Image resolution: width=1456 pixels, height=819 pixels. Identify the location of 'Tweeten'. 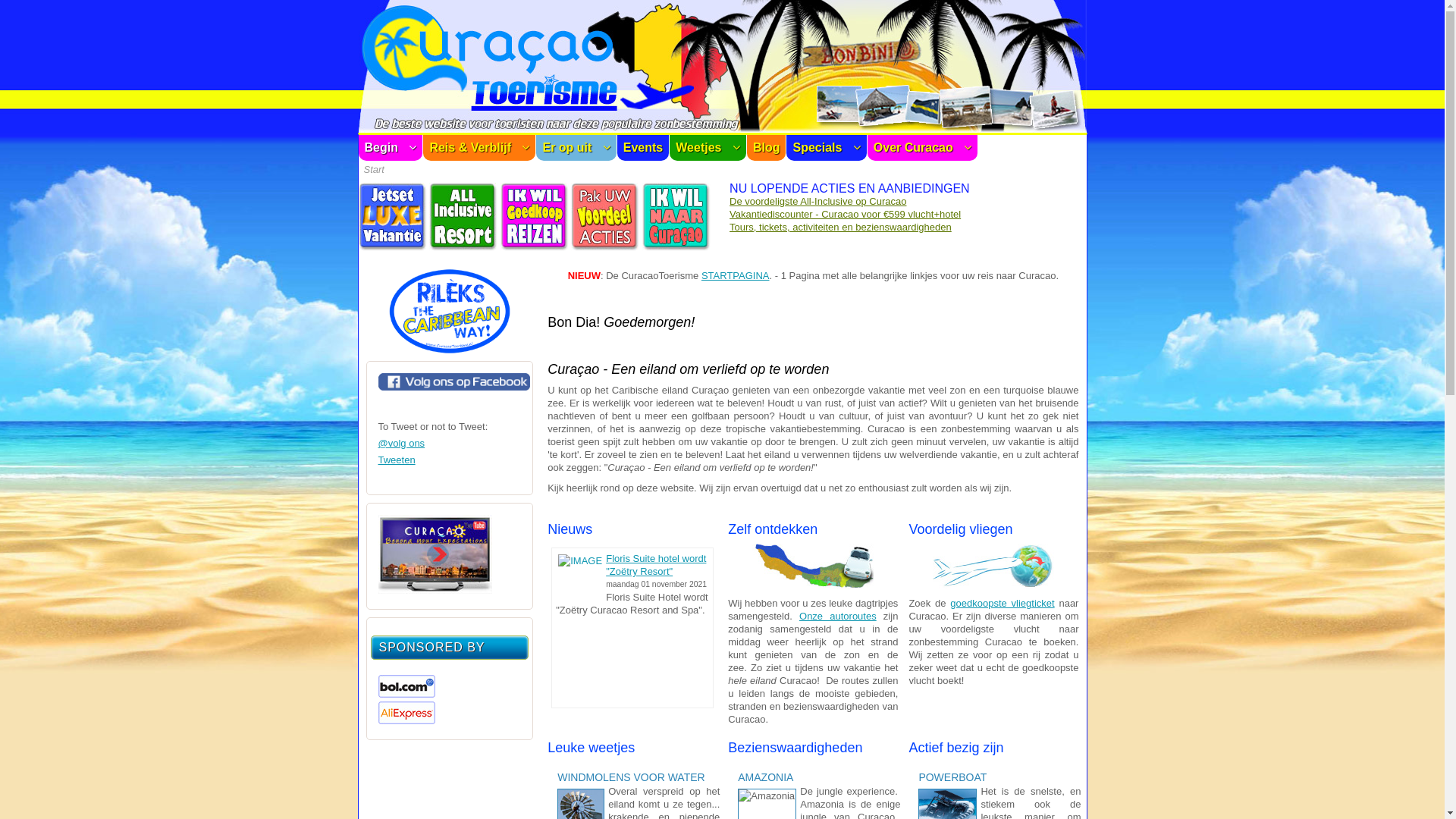
(396, 459).